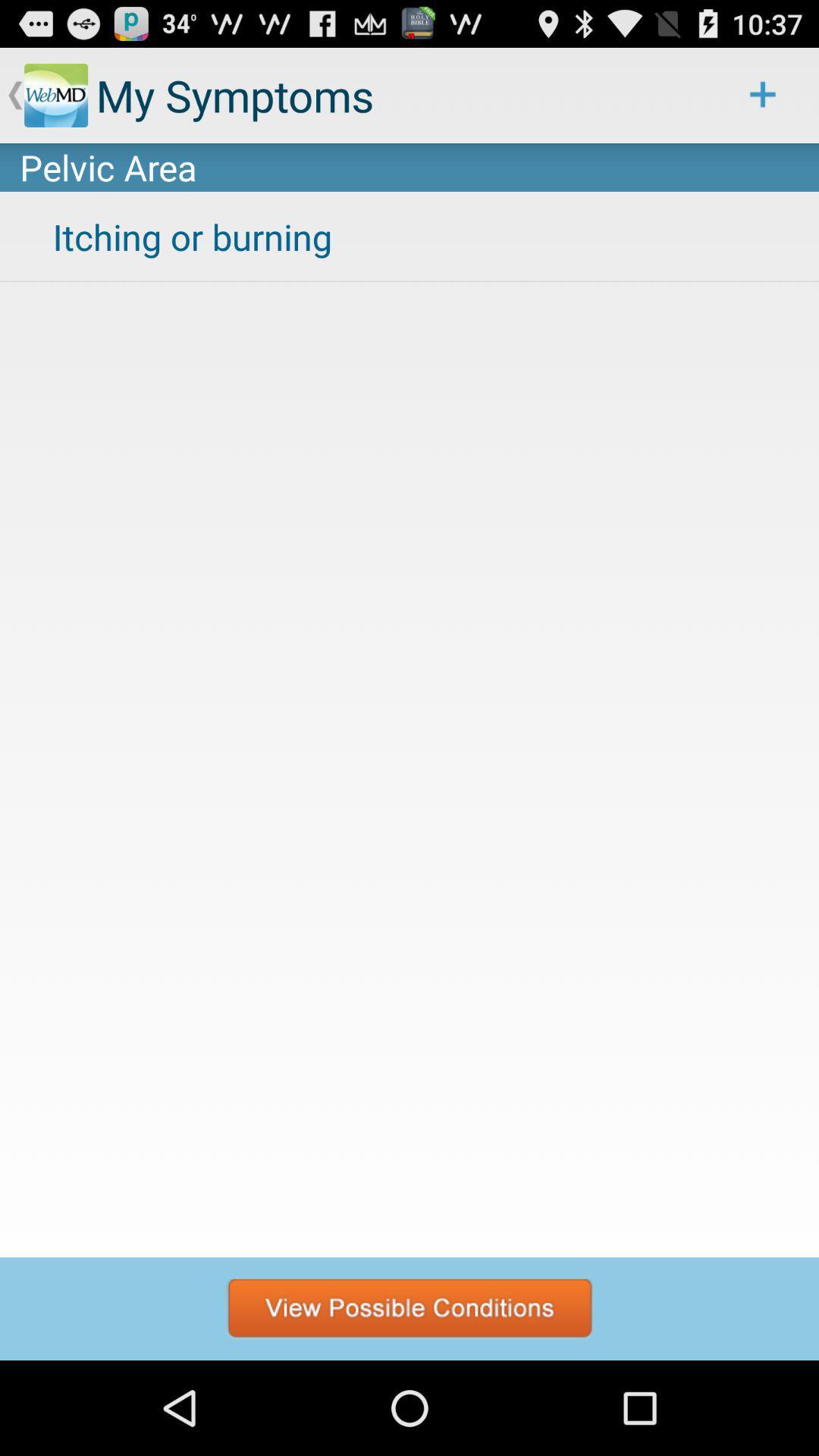 The image size is (819, 1456). Describe the element at coordinates (409, 1308) in the screenshot. I see `possible conditions search` at that location.